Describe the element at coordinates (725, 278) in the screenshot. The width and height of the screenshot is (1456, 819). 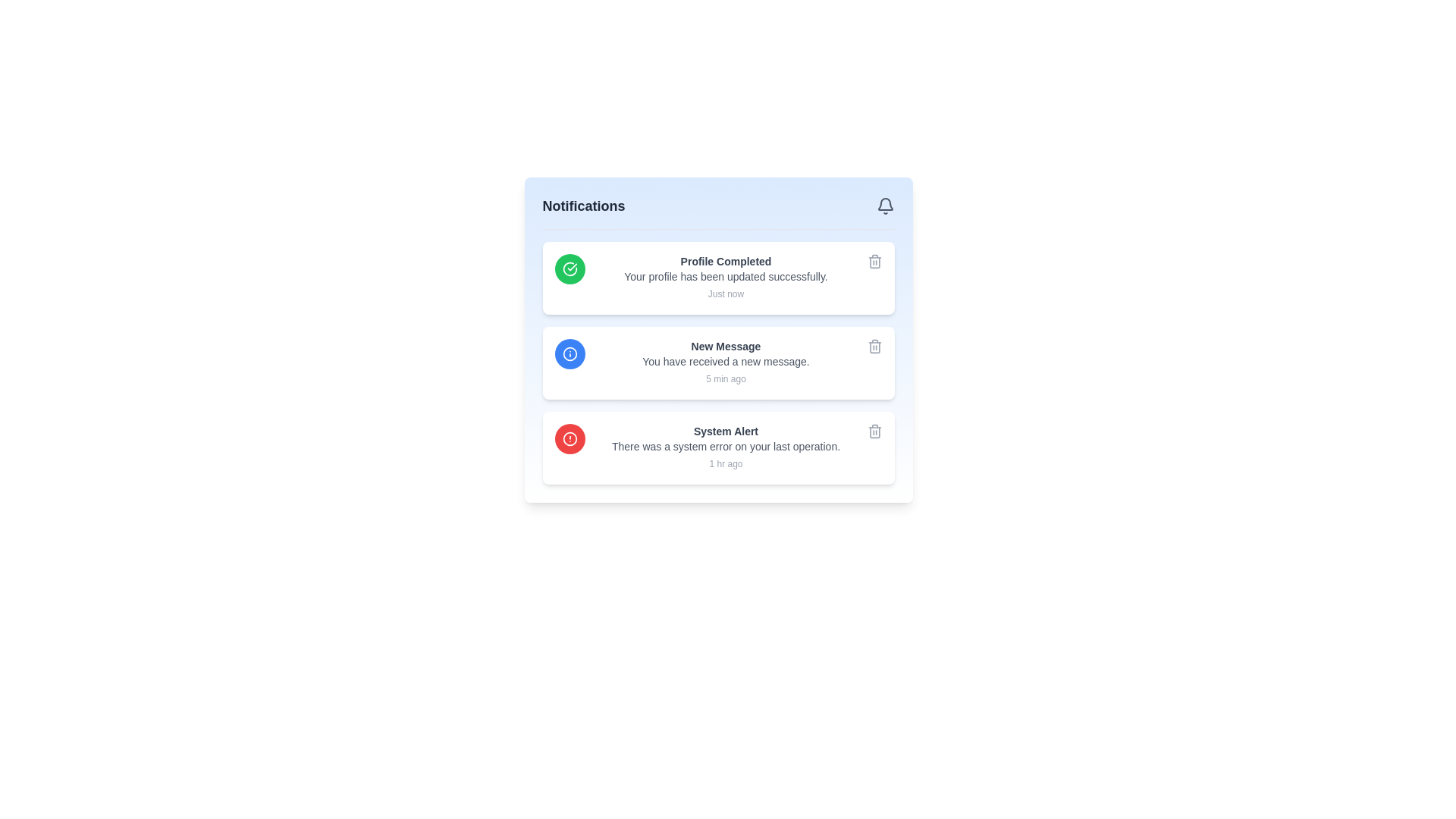
I see `the text-based notification display that shows 'Profile Completed' with the message 'Your profile has been updated successfully.' and the timestamp 'Just now'` at that location.